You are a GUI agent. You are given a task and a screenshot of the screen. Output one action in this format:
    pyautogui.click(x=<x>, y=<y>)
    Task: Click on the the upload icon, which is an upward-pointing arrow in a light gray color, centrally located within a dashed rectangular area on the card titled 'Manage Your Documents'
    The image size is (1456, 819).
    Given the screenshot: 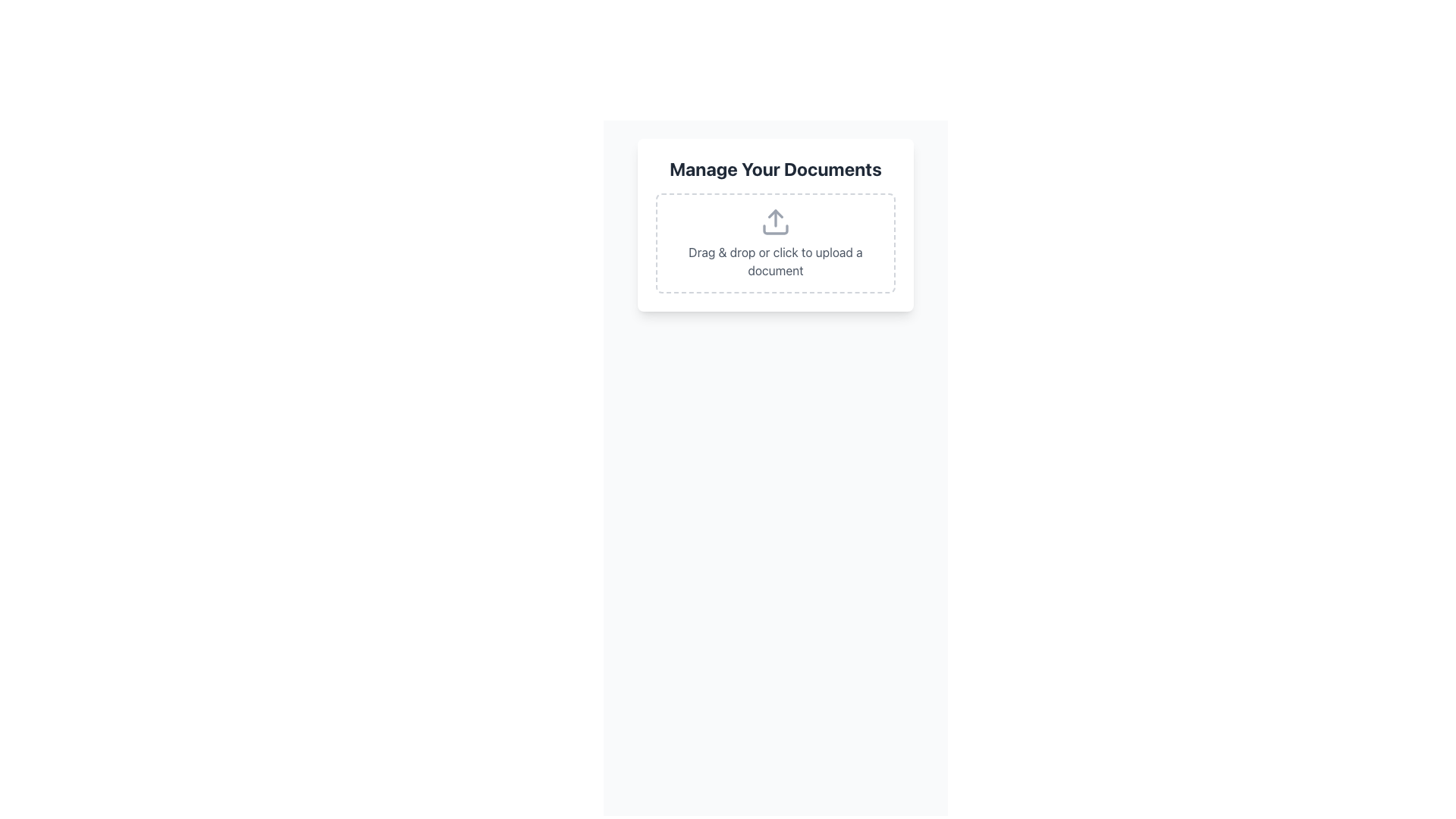 What is the action you would take?
    pyautogui.click(x=775, y=222)
    